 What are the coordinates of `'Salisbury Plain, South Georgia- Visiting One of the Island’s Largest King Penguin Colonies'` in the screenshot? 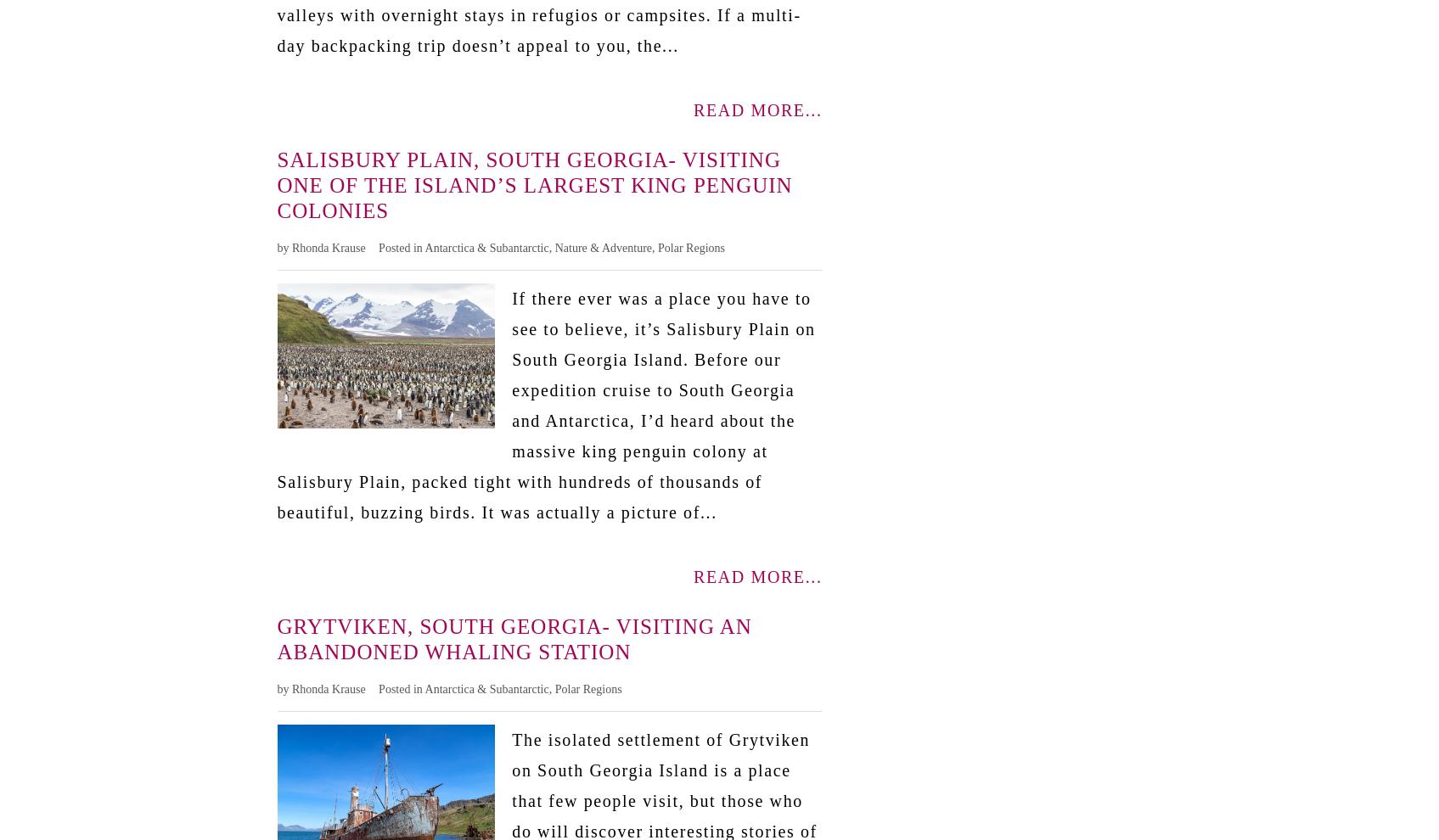 It's located at (533, 183).